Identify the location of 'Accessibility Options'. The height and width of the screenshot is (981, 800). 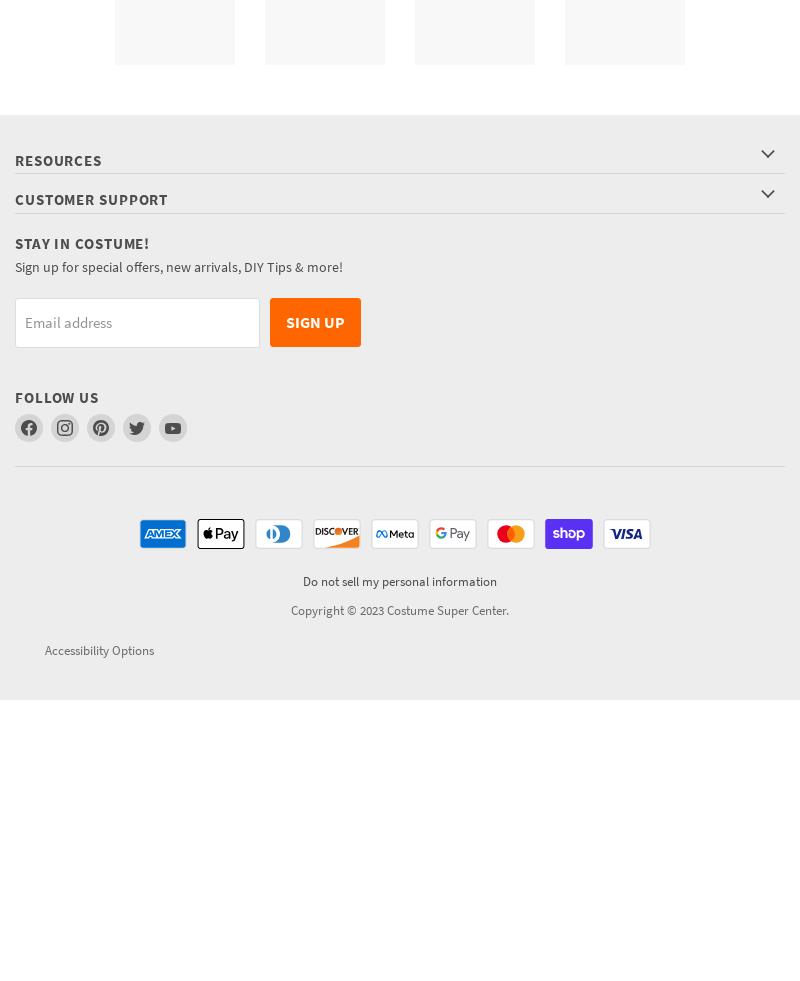
(99, 649).